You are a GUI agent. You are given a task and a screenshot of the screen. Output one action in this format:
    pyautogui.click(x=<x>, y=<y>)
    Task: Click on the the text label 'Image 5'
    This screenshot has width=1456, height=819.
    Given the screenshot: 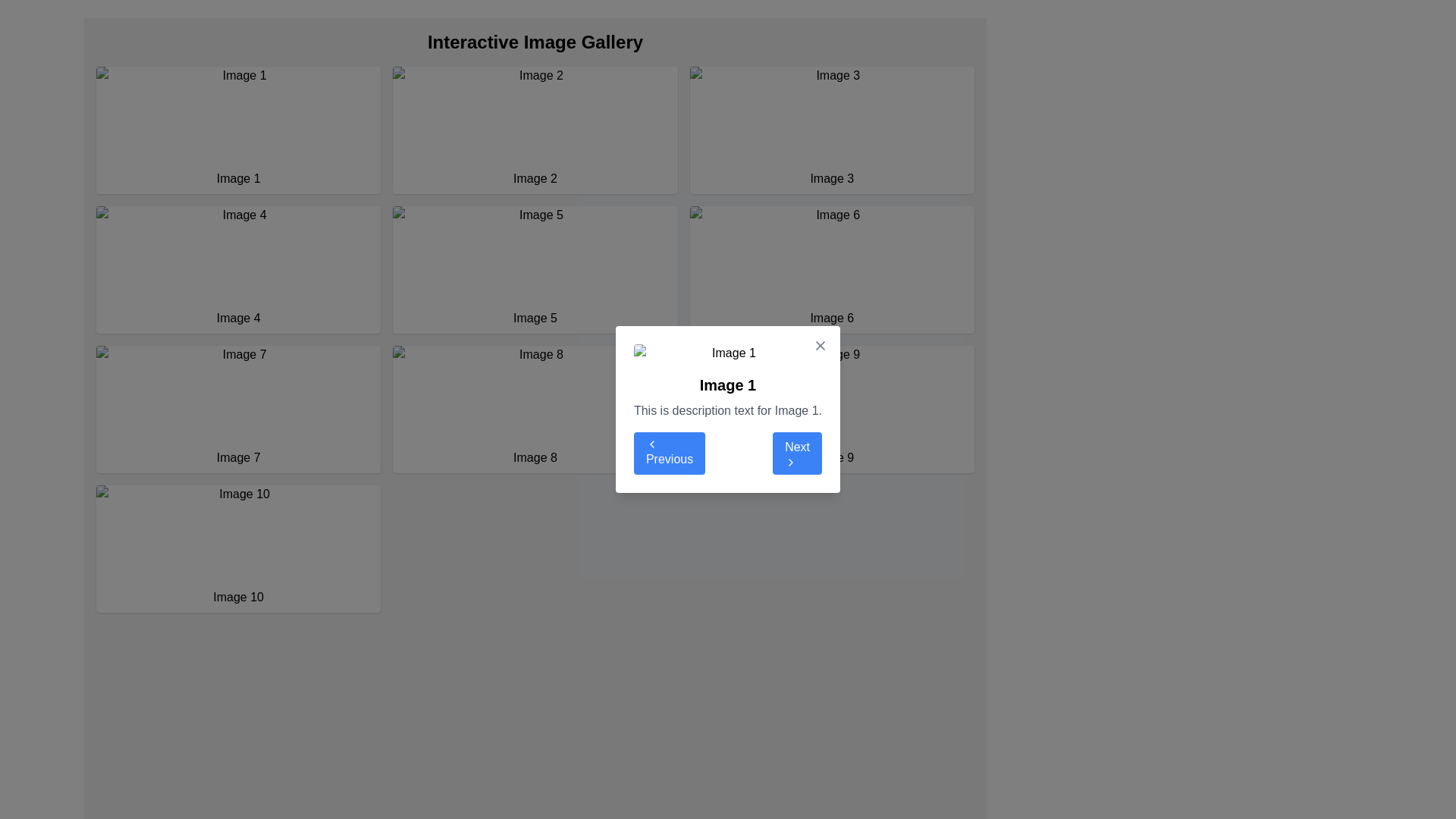 What is the action you would take?
    pyautogui.click(x=535, y=318)
    